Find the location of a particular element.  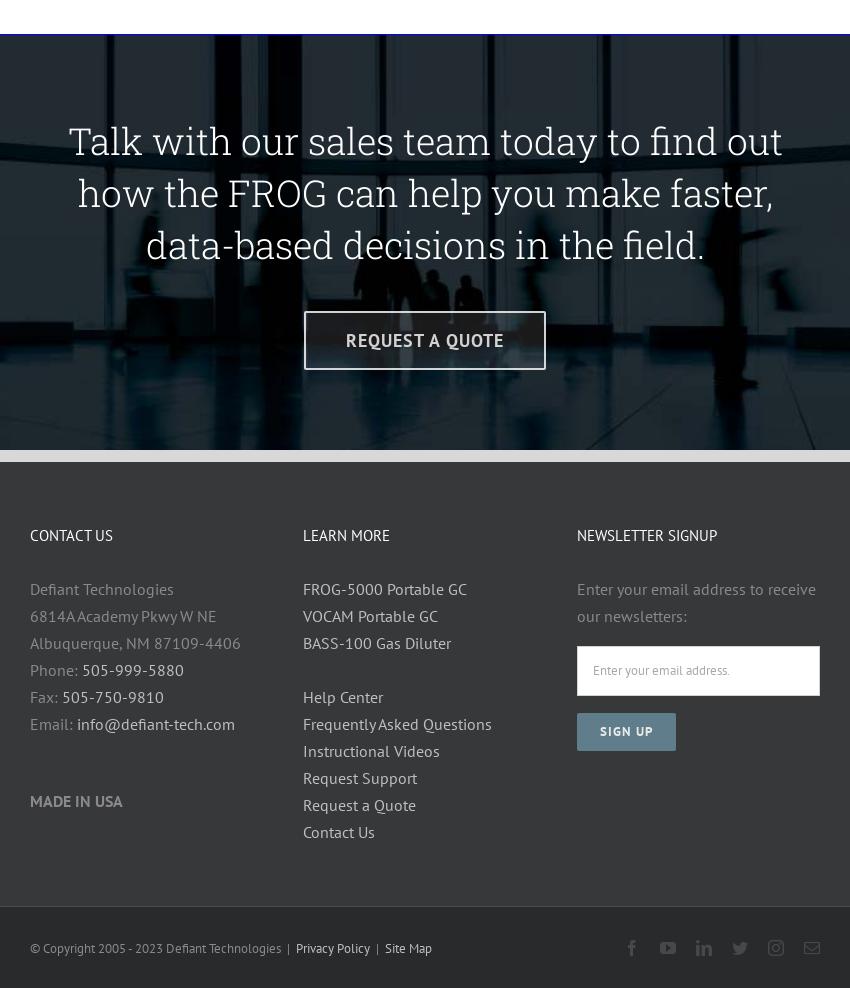

'© Copyright 2005 -' is located at coordinates (82, 948).